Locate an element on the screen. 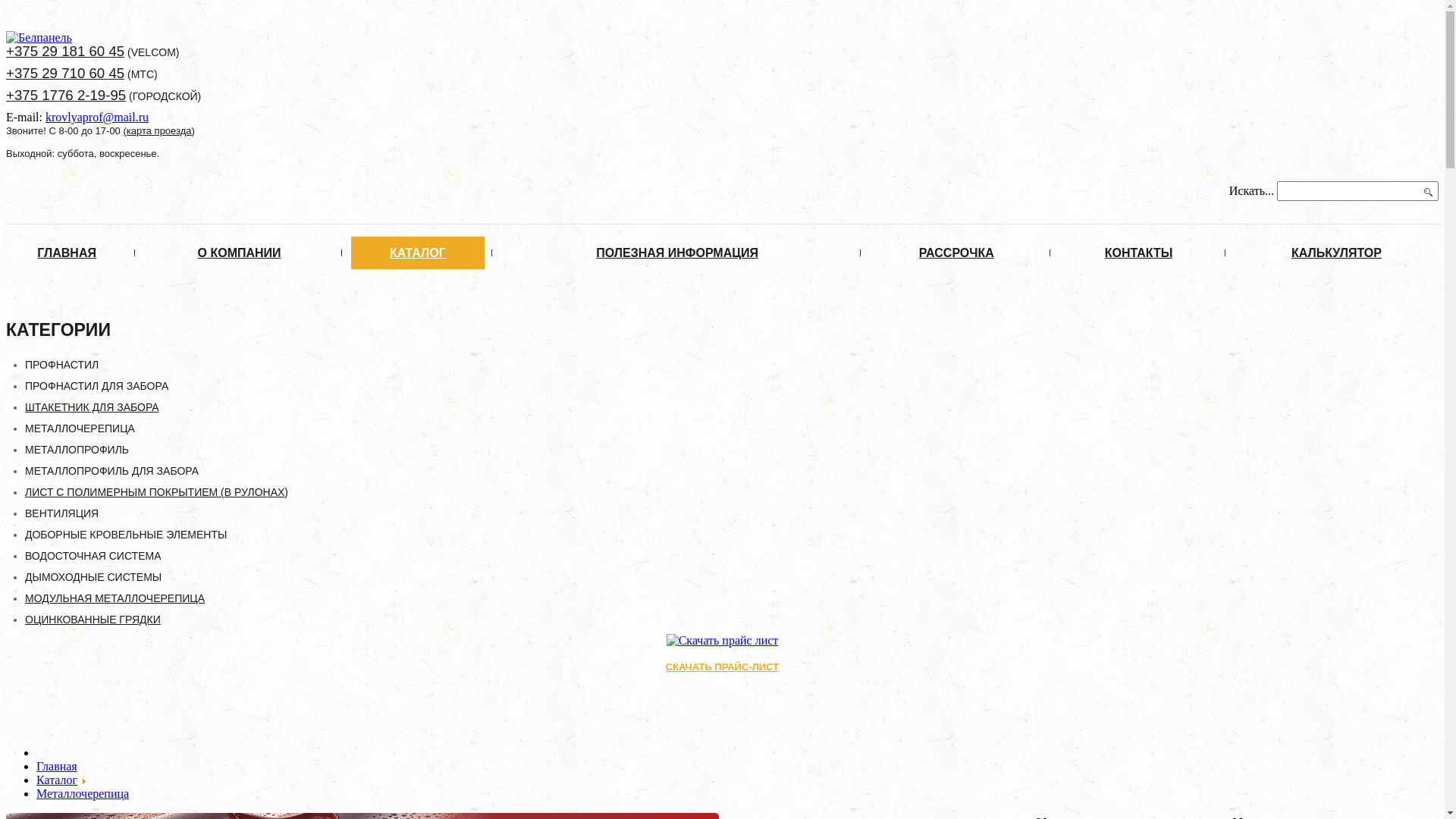 The height and width of the screenshot is (819, 1456). 'krovlyaprof@mail.ru' is located at coordinates (96, 116).